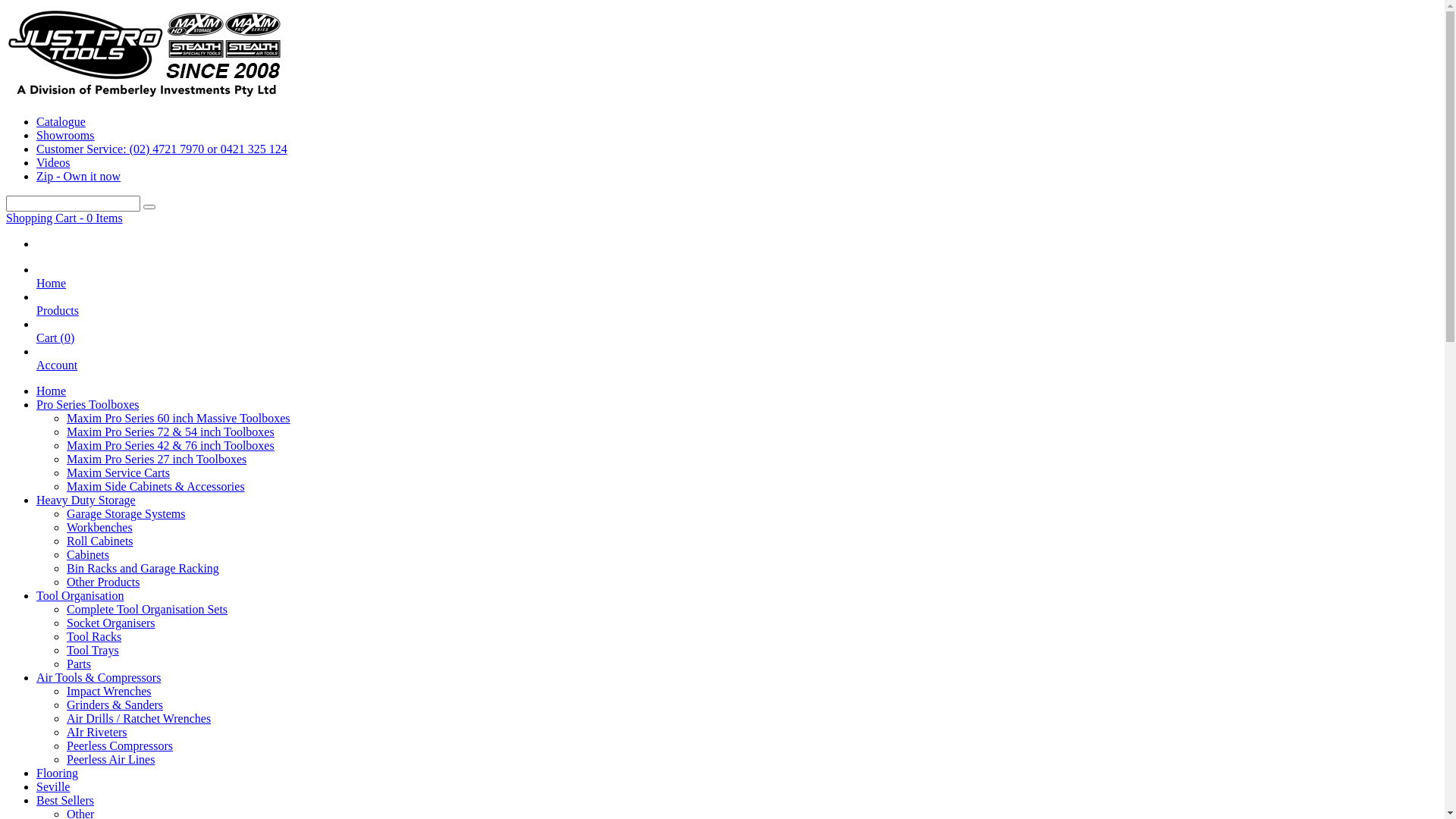 This screenshot has height=819, width=1456. Describe the element at coordinates (55, 344) in the screenshot. I see `'Cart (0)'` at that location.